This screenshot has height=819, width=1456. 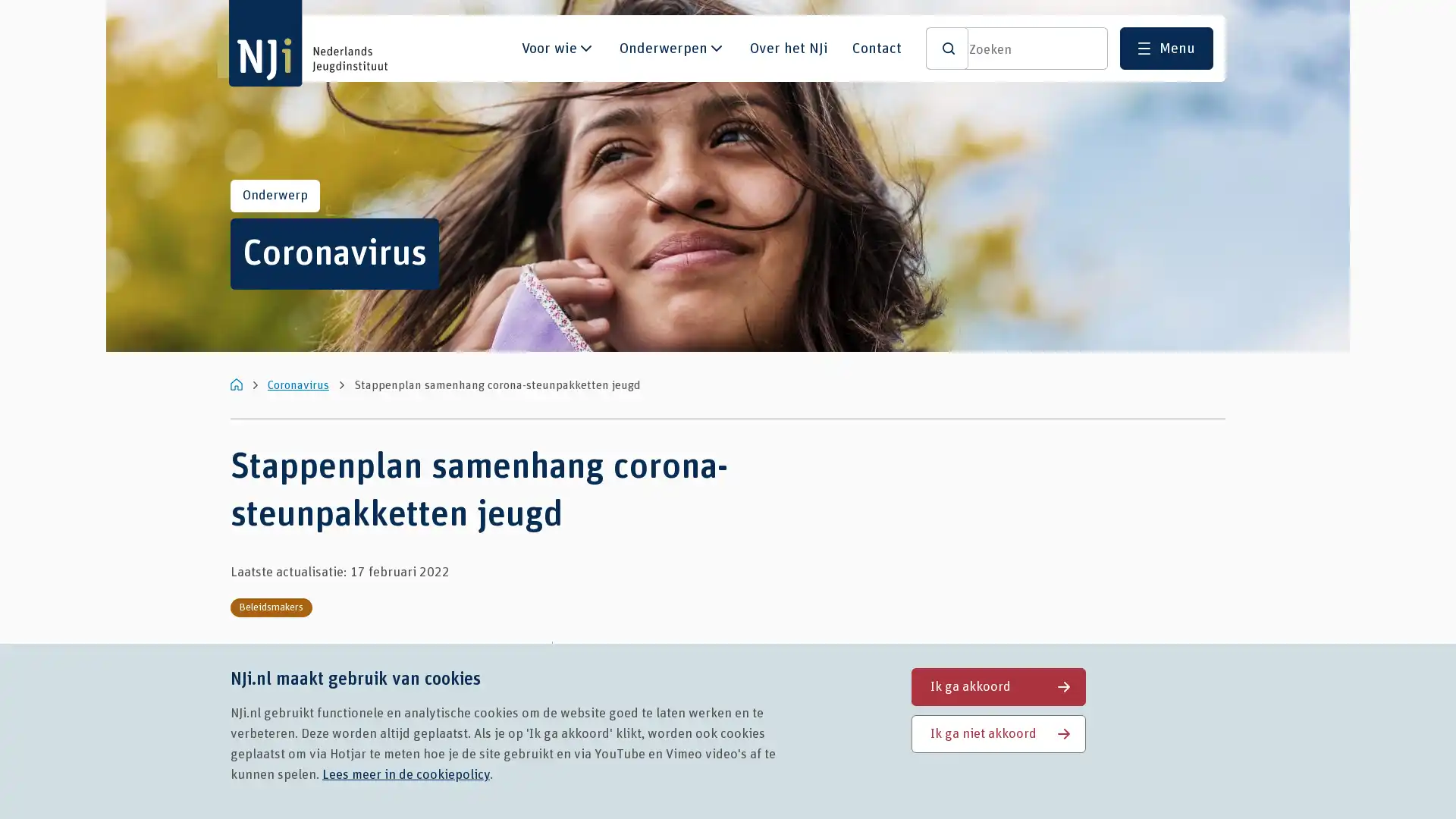 I want to click on Menu, so click(x=1166, y=48).